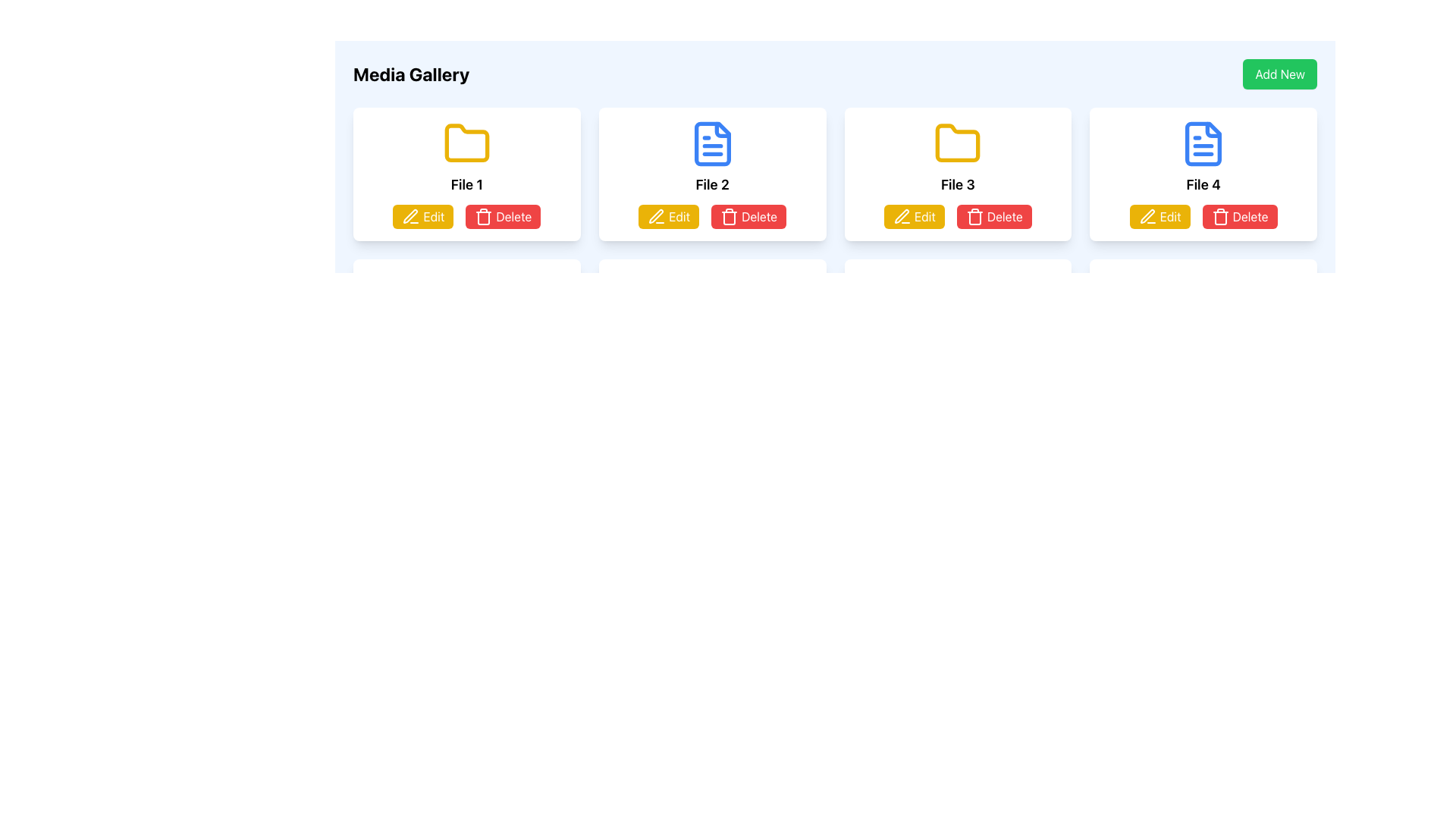 The image size is (1456, 819). What do you see at coordinates (668, 216) in the screenshot?
I see `the edit button associated with 'File 2' to activate hover effects` at bounding box center [668, 216].